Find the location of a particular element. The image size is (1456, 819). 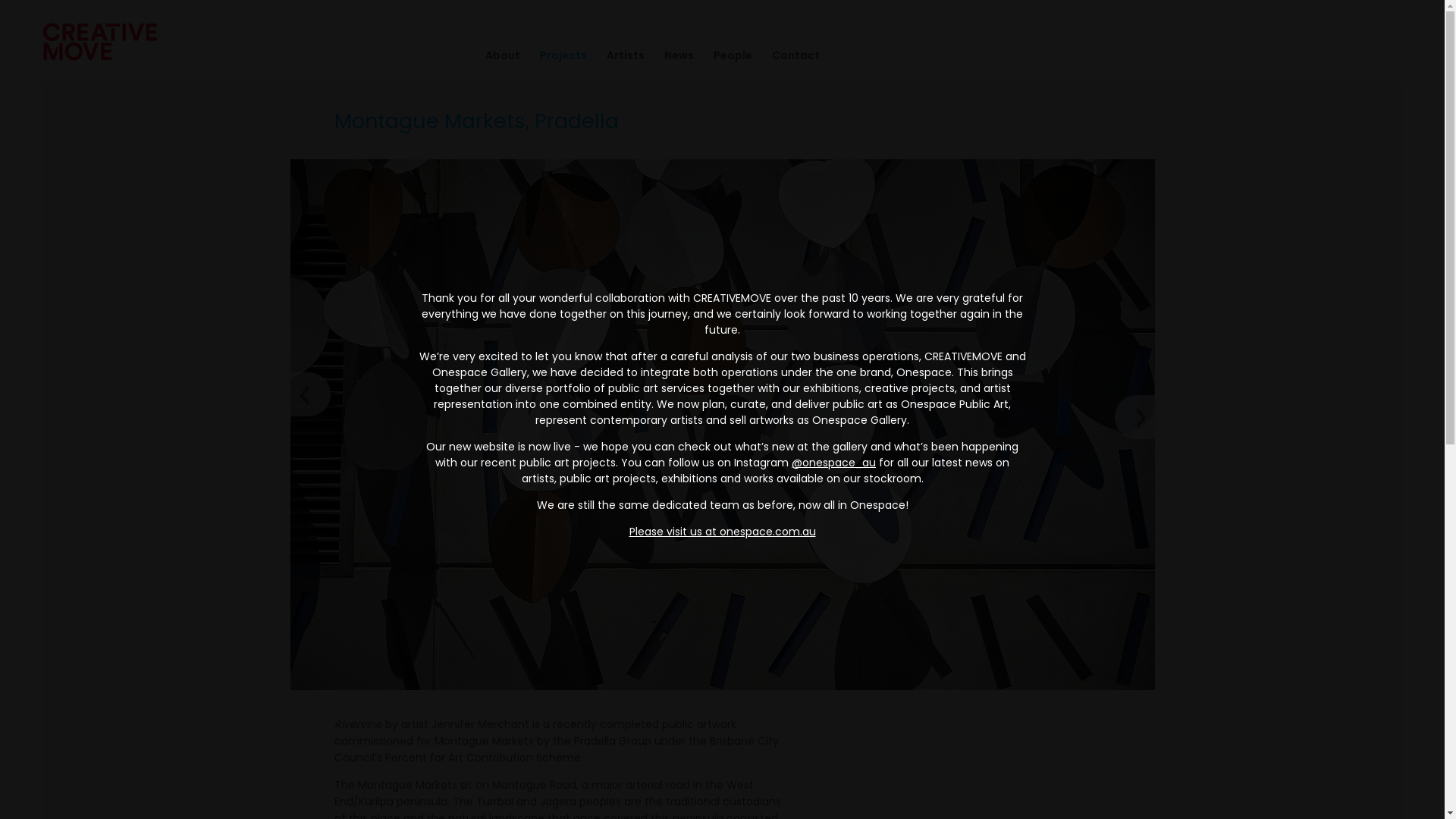

'@onespace_au' is located at coordinates (833, 461).